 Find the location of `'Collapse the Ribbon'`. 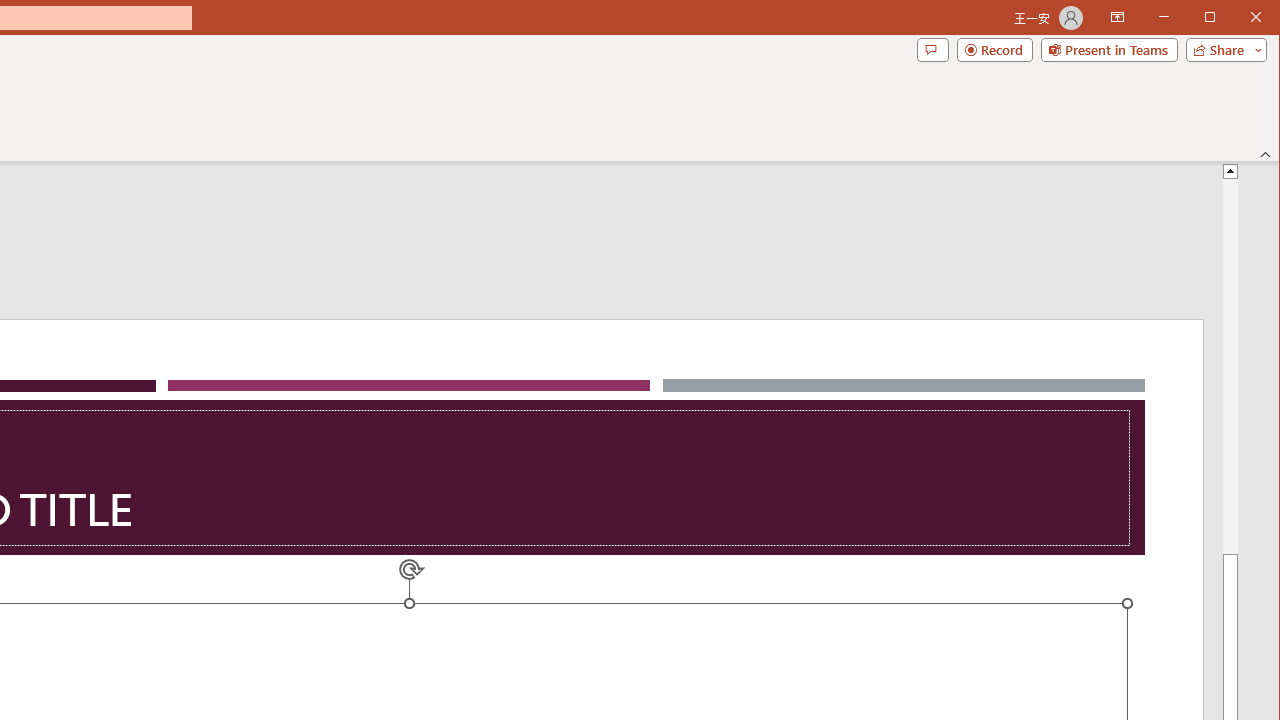

'Collapse the Ribbon' is located at coordinates (1265, 153).